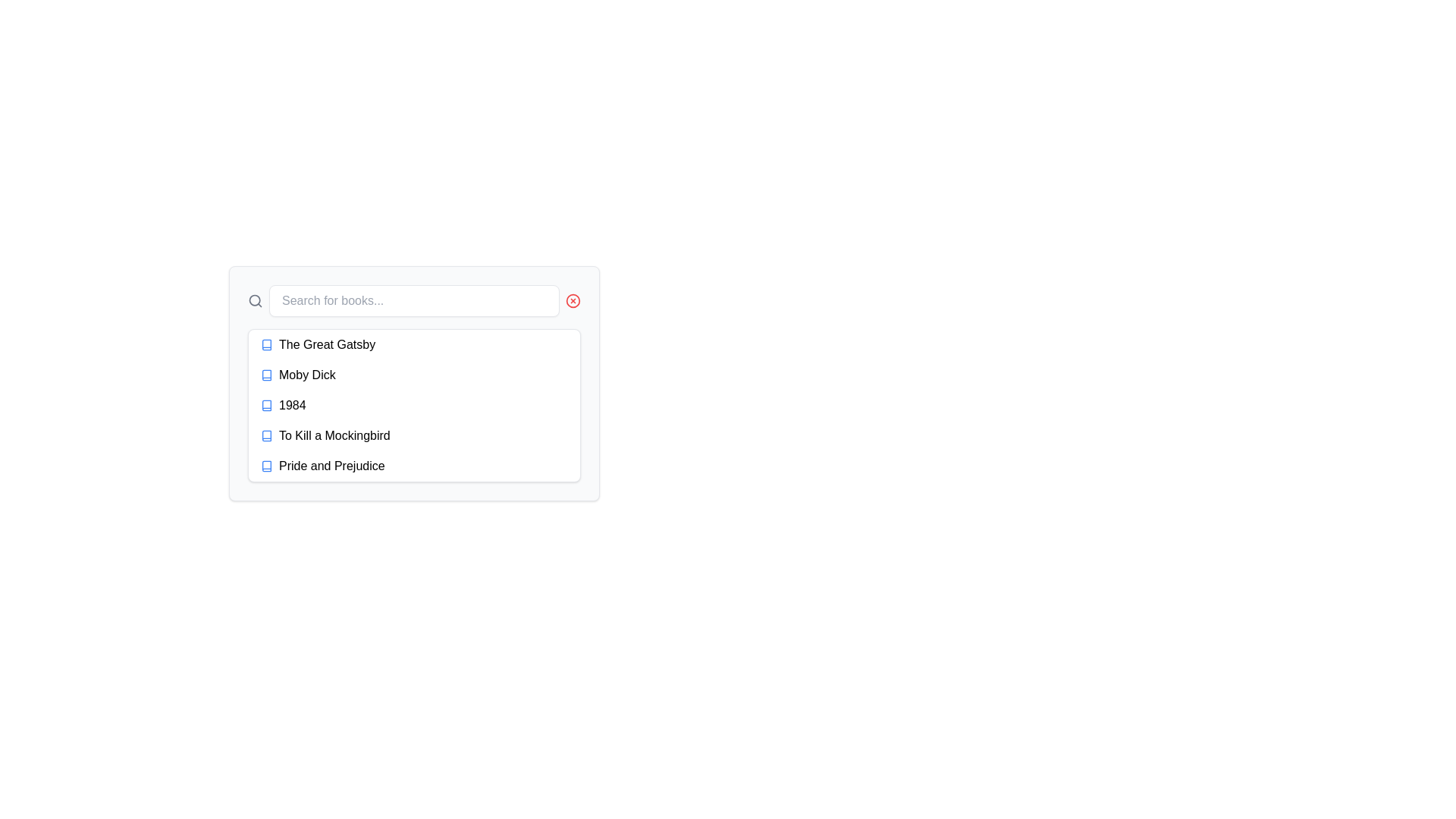 The height and width of the screenshot is (819, 1456). Describe the element at coordinates (266, 435) in the screenshot. I see `the blue book icon in the SVG component, which is positioned to the left of the title 'To Kill a Mockingbird'` at that location.